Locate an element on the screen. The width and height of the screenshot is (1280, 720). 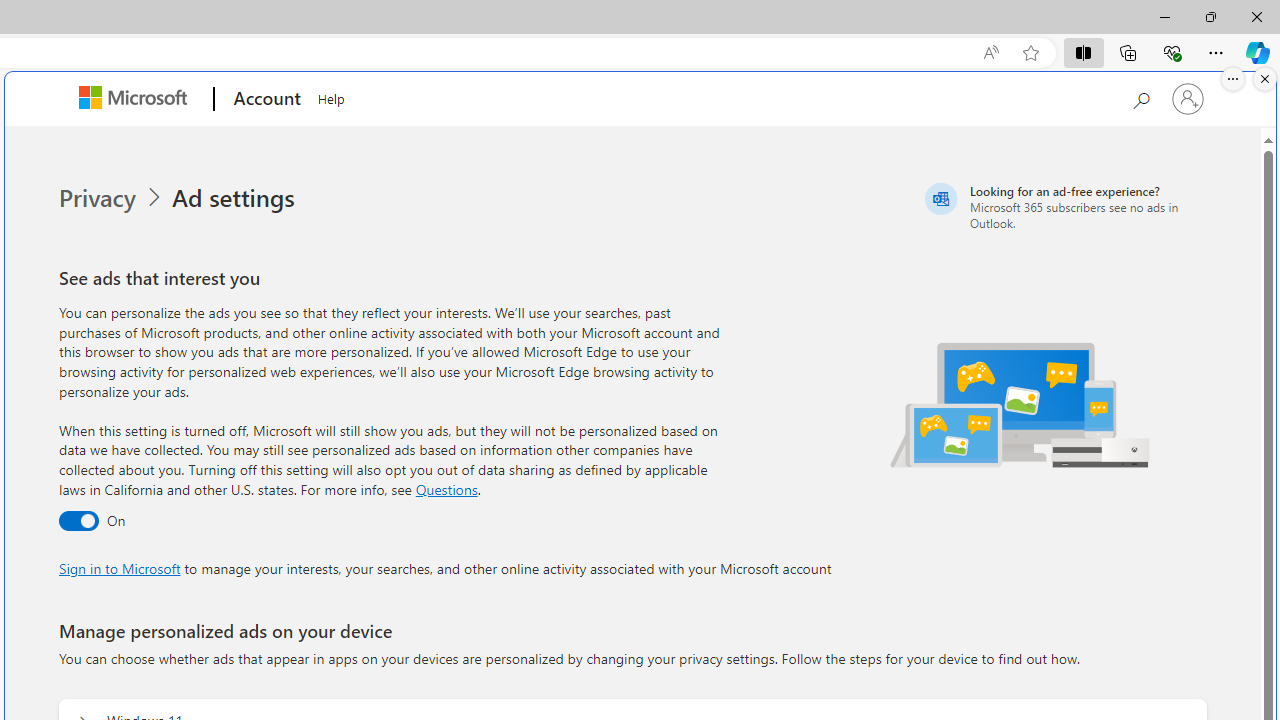
'Looking for an ad-free experience?' is located at coordinates (1062, 206).